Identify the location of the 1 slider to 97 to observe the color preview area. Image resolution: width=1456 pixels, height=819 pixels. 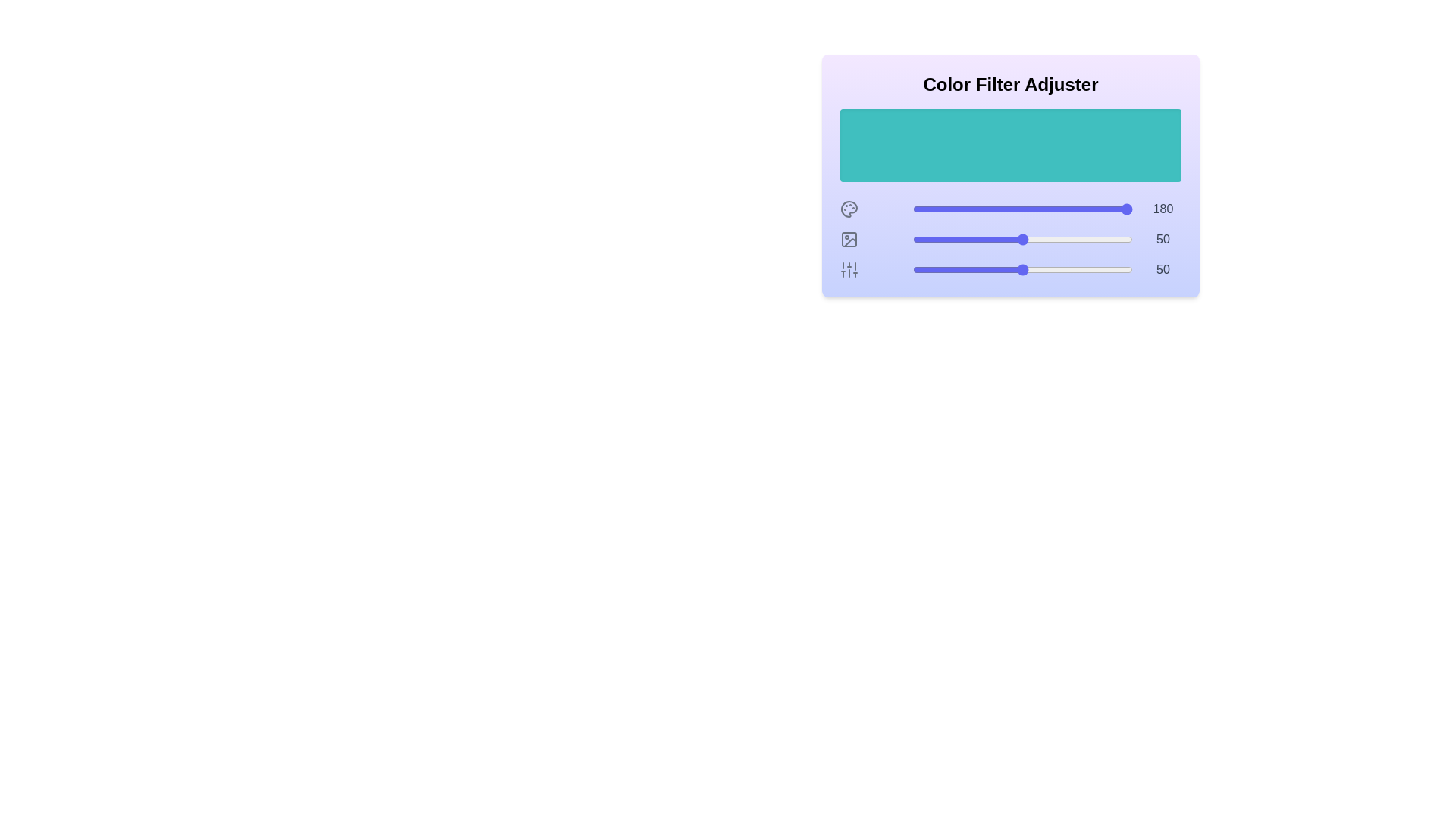
(1126, 239).